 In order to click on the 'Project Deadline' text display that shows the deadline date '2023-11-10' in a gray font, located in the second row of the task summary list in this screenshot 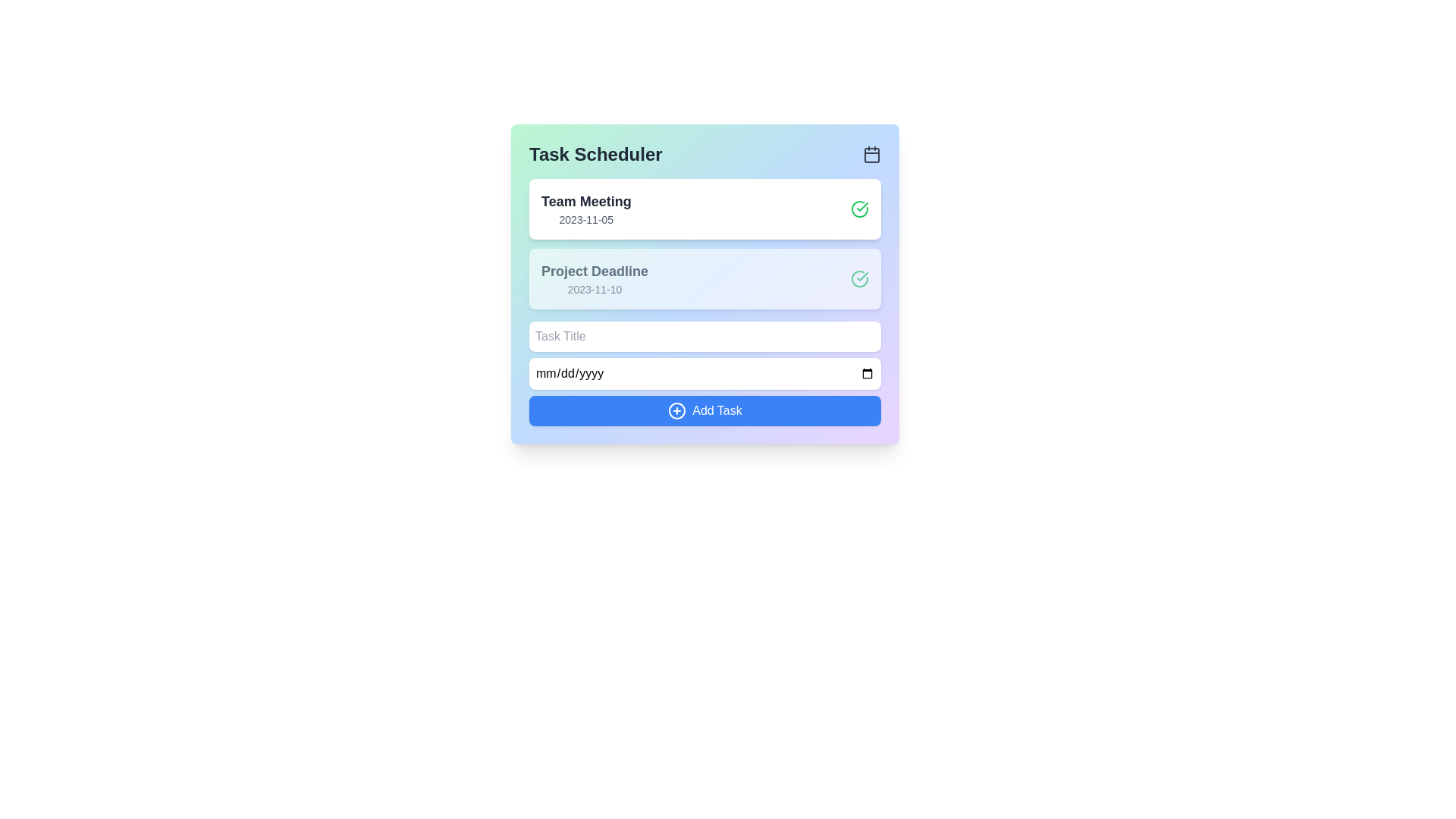, I will do `click(594, 278)`.